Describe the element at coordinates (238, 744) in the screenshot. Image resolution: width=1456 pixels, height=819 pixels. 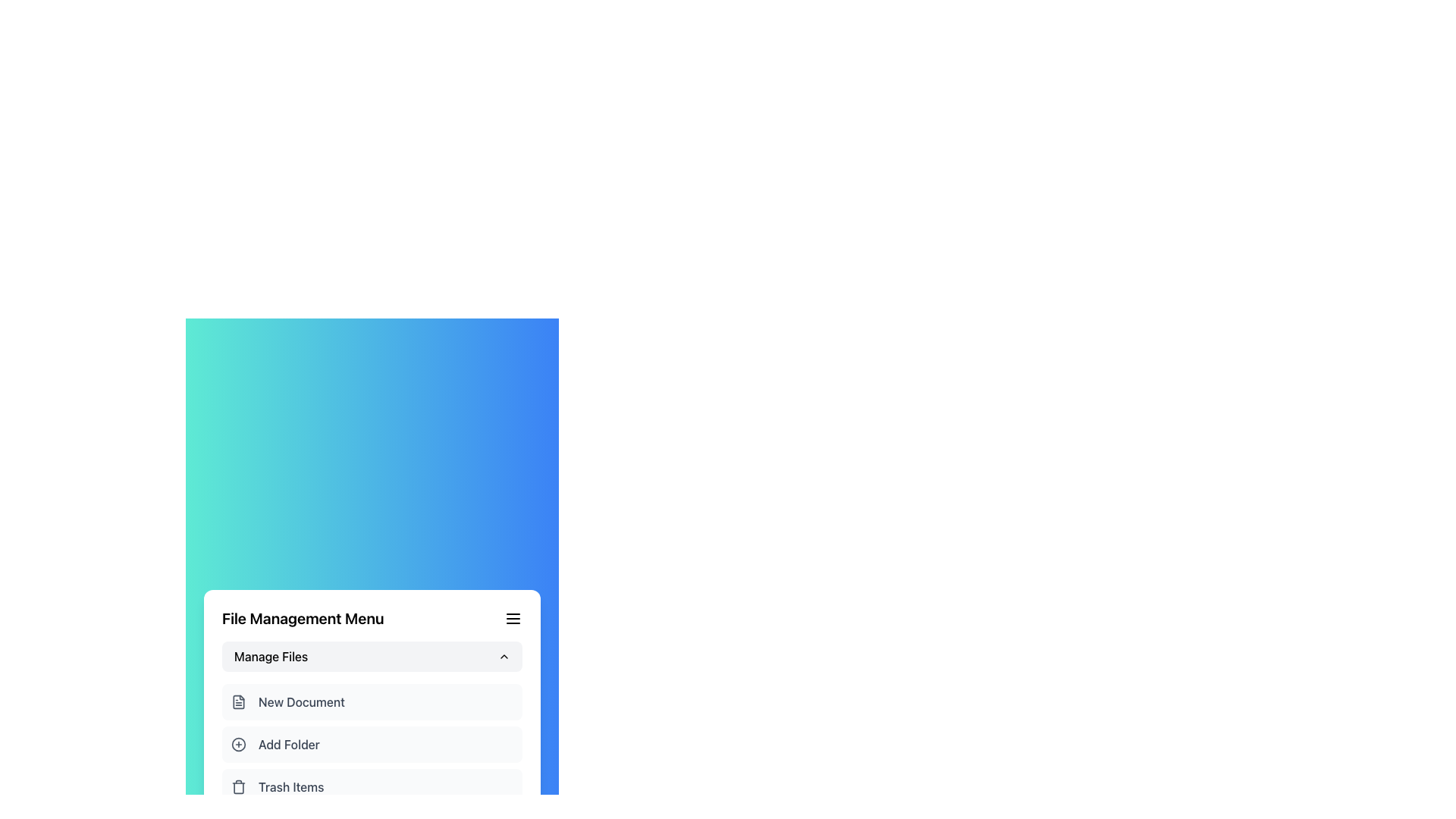
I see `the 'Add Folder' icon located in the vertical navigation menu, which symbolizes the 'Add Folder' action` at that location.